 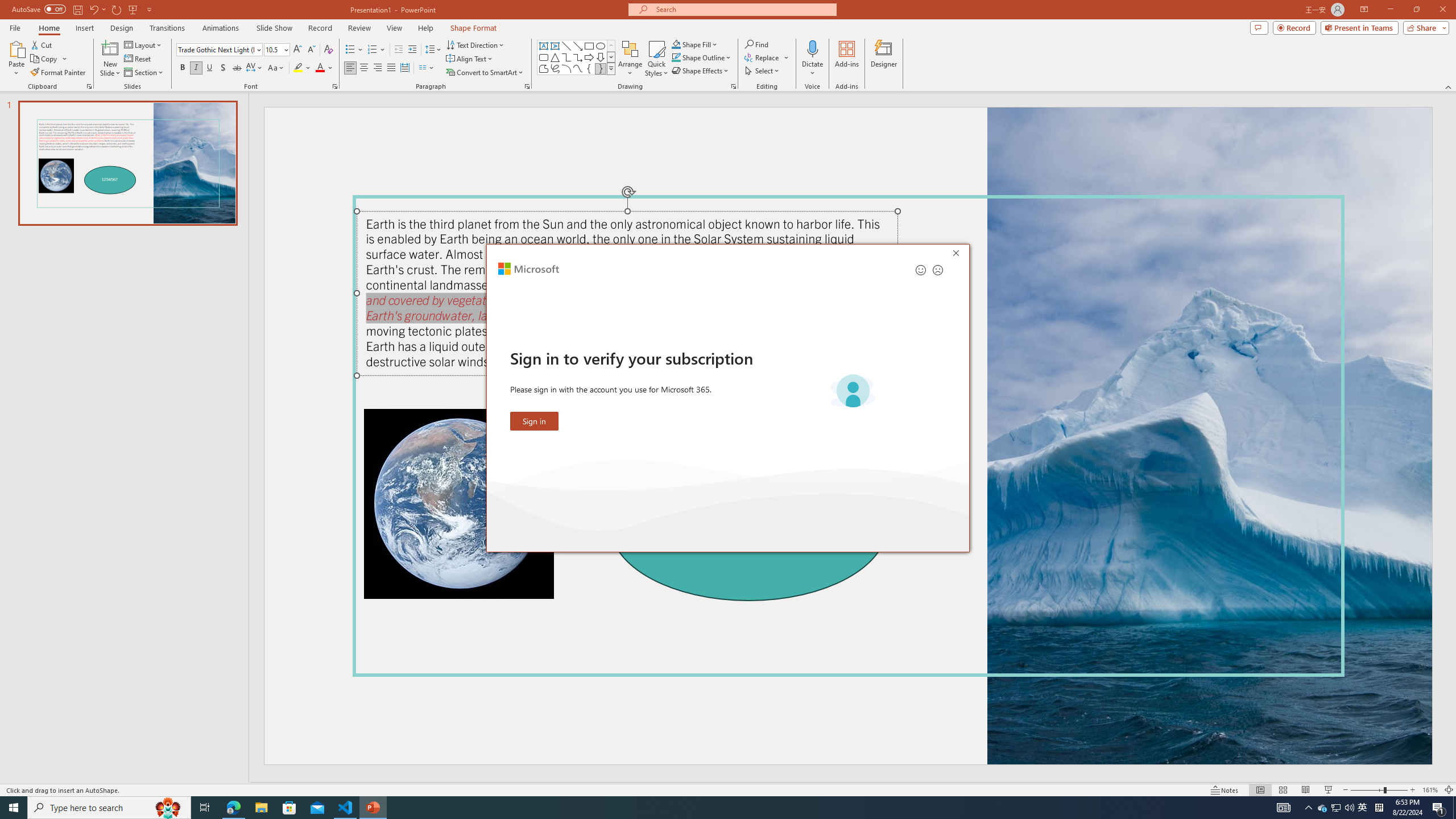 What do you see at coordinates (195, 67) in the screenshot?
I see `'Italic'` at bounding box center [195, 67].